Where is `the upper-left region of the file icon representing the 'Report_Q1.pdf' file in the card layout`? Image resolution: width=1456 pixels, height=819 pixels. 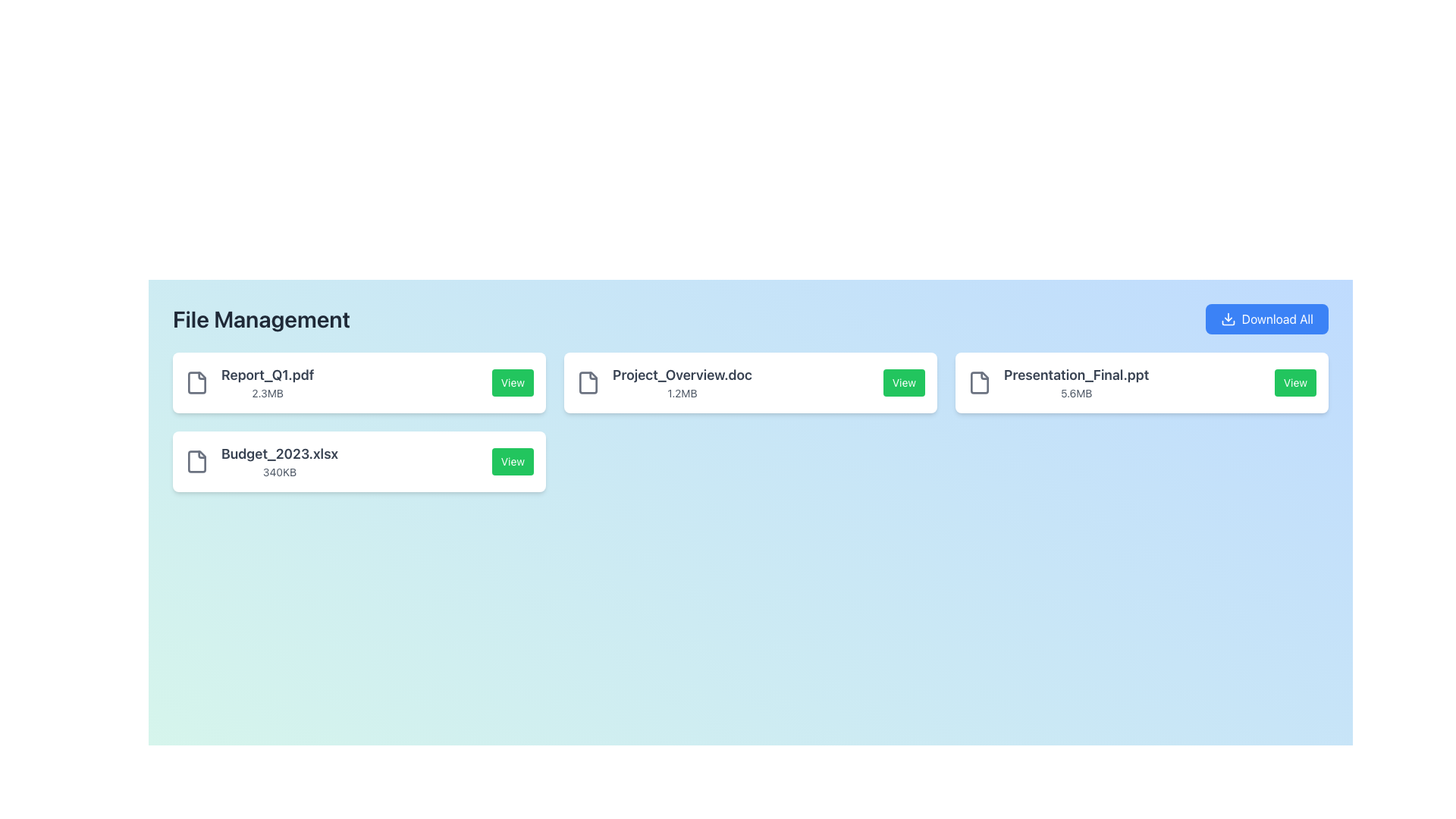 the upper-left region of the file icon representing the 'Report_Q1.pdf' file in the card layout is located at coordinates (196, 382).